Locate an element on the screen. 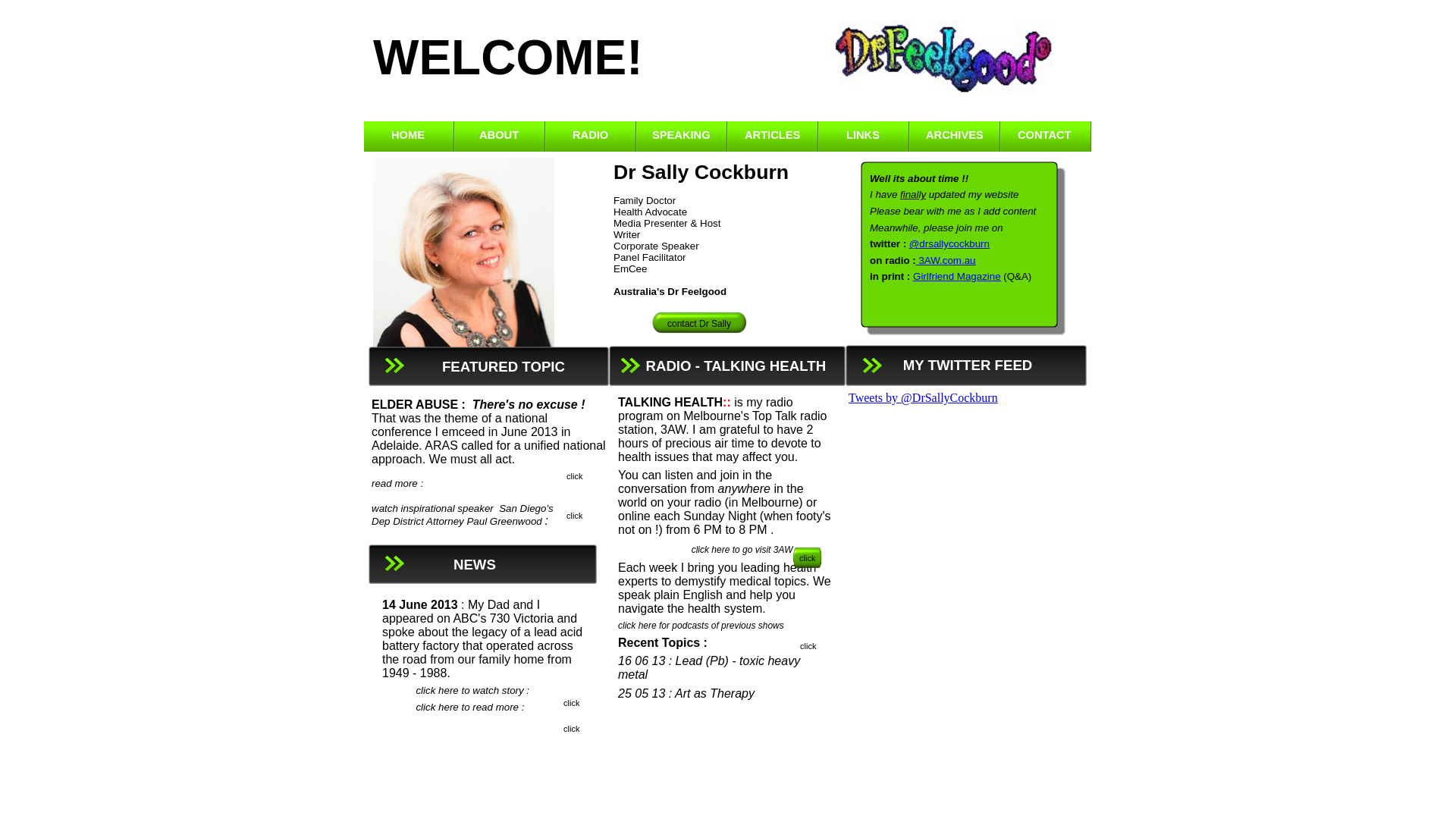 Image resolution: width=1456 pixels, height=819 pixels. 'Girlfriend Magazine' is located at coordinates (912, 275).